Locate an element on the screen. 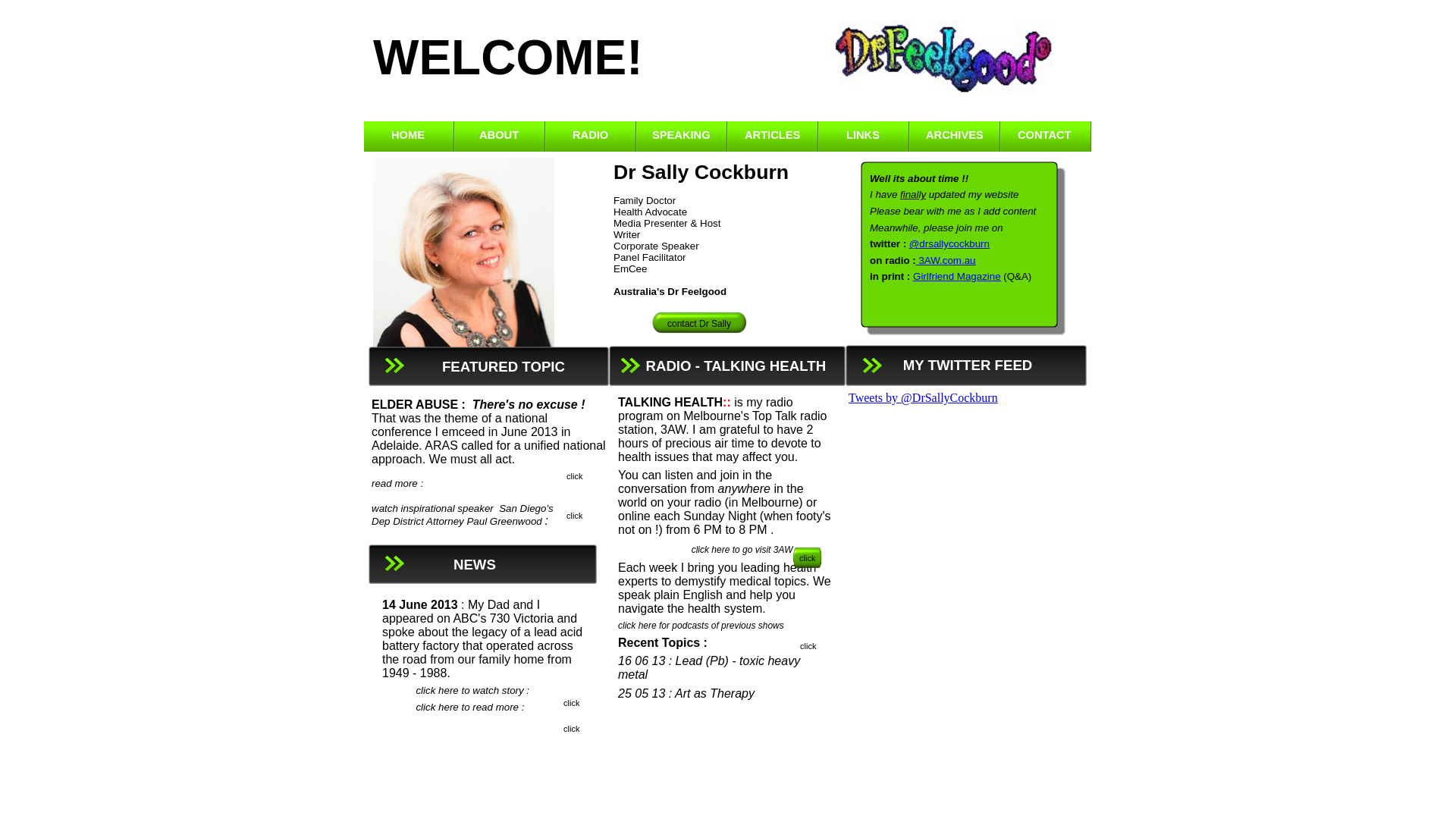 Image resolution: width=1456 pixels, height=819 pixels. 'Girlfriend Magazine' is located at coordinates (912, 275).